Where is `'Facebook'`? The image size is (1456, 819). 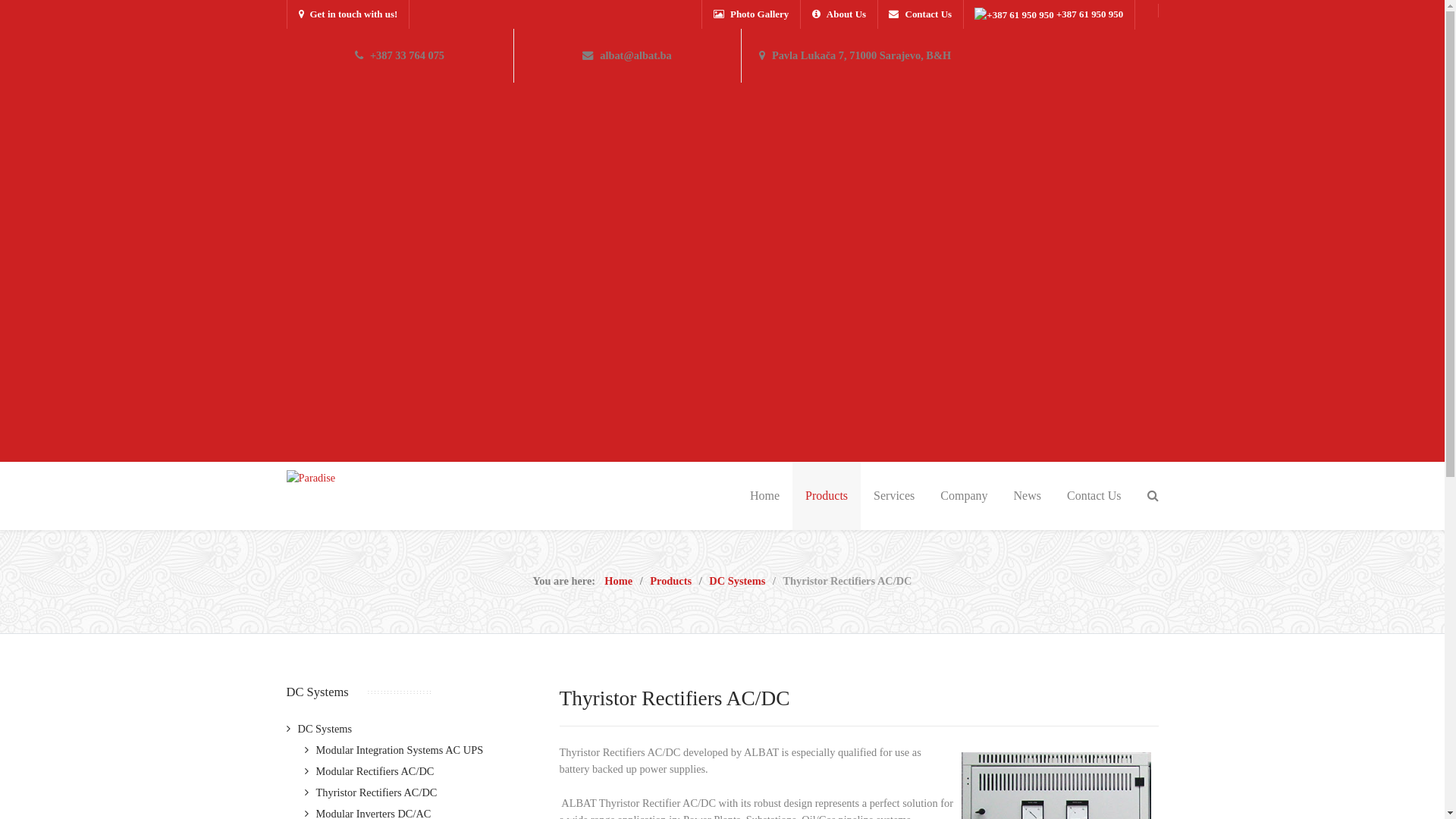
'Facebook' is located at coordinates (1078, 783).